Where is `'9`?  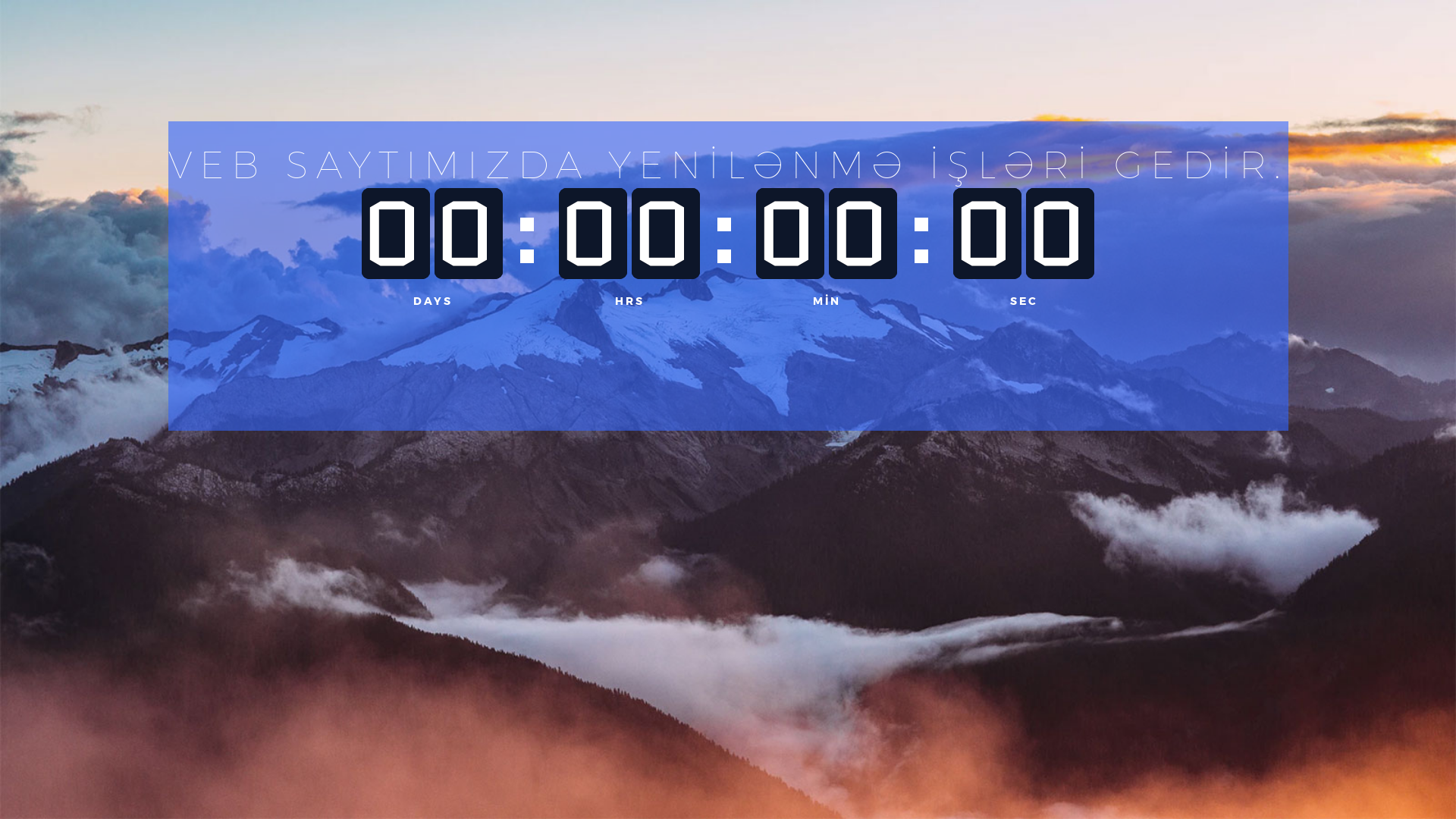
'9 is located at coordinates (396, 234).